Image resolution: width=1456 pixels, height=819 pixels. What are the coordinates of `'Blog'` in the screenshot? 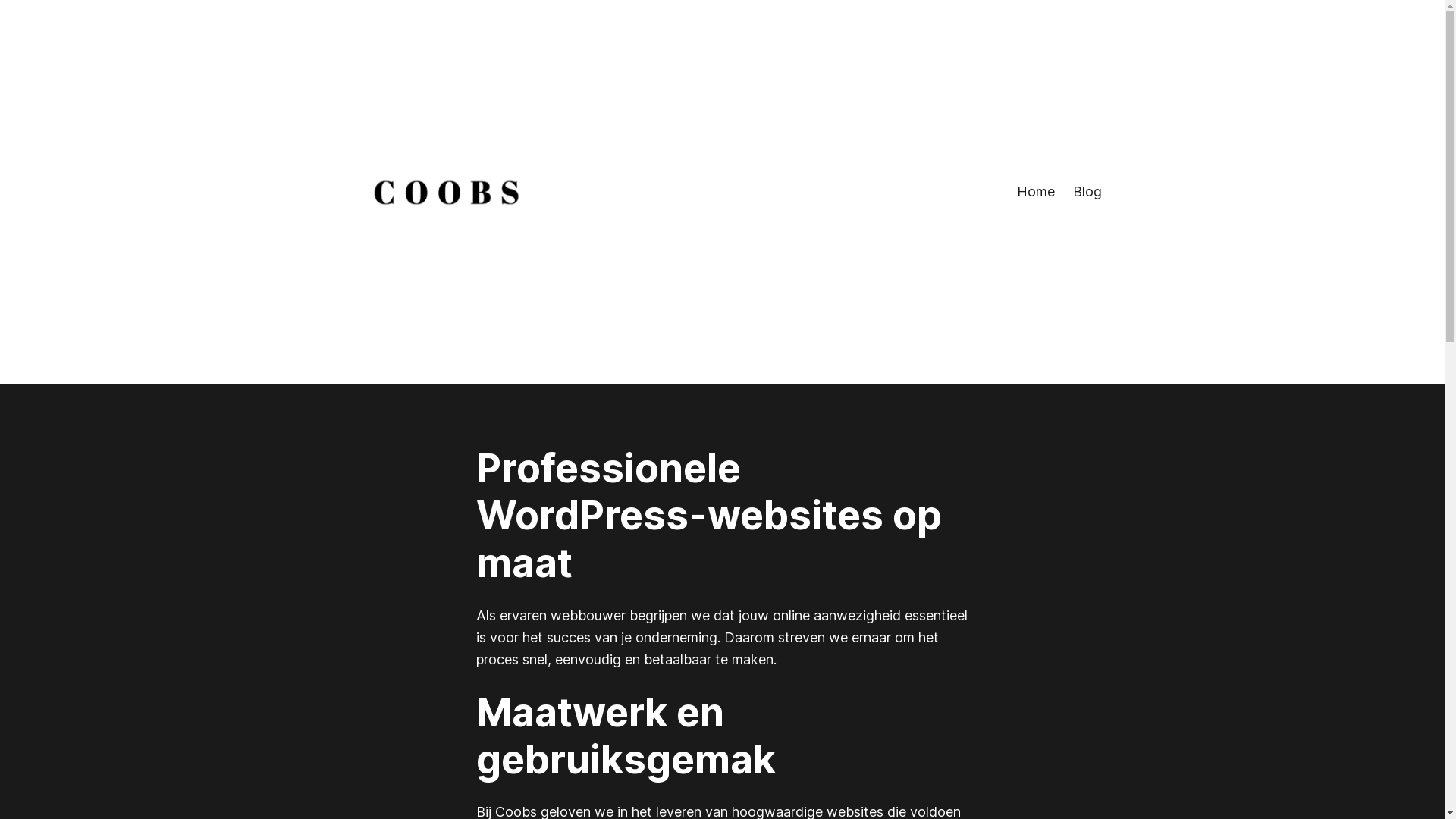 It's located at (1086, 191).